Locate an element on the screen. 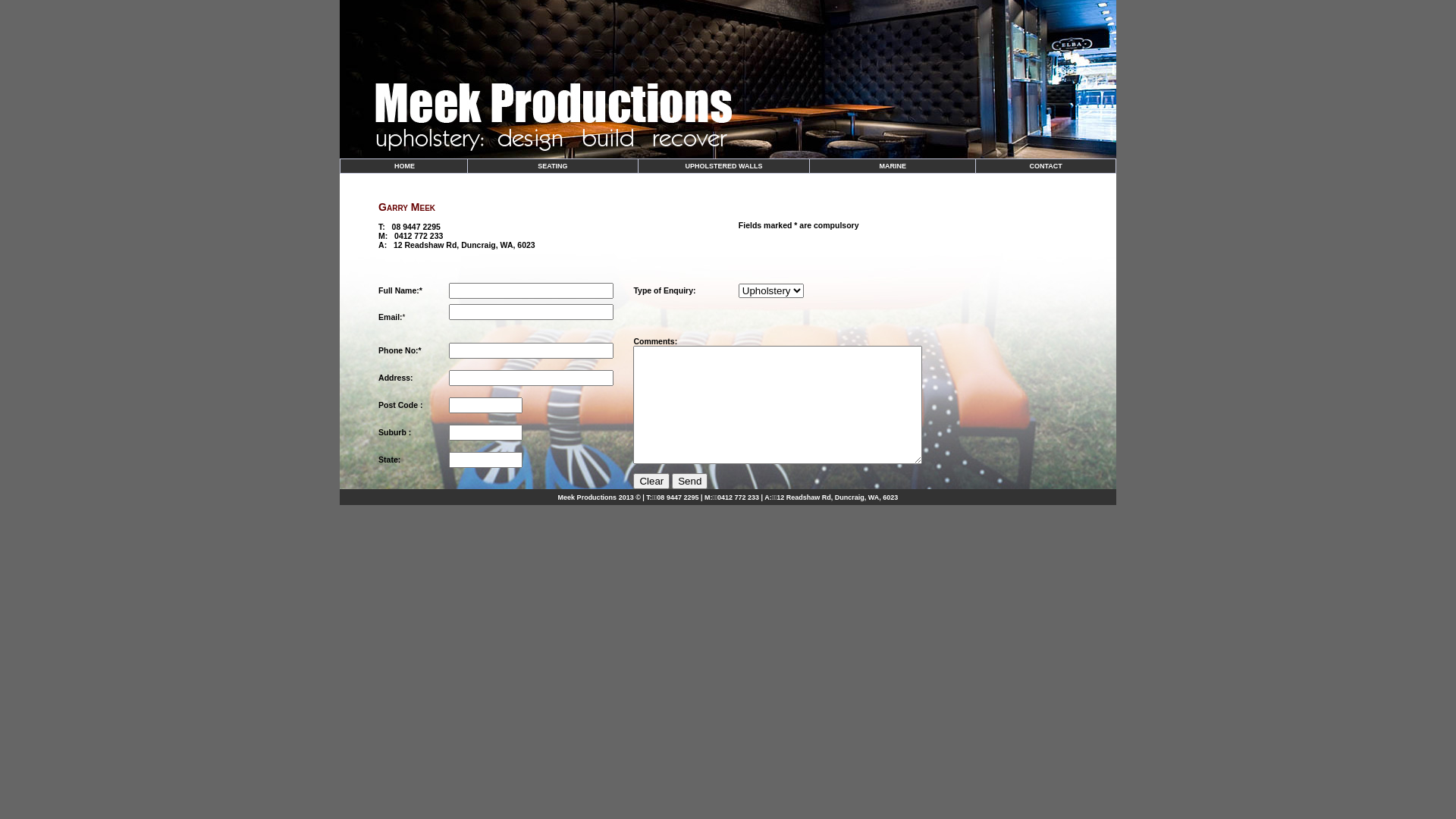  'Preferred method of contact' is located at coordinates (531, 350).